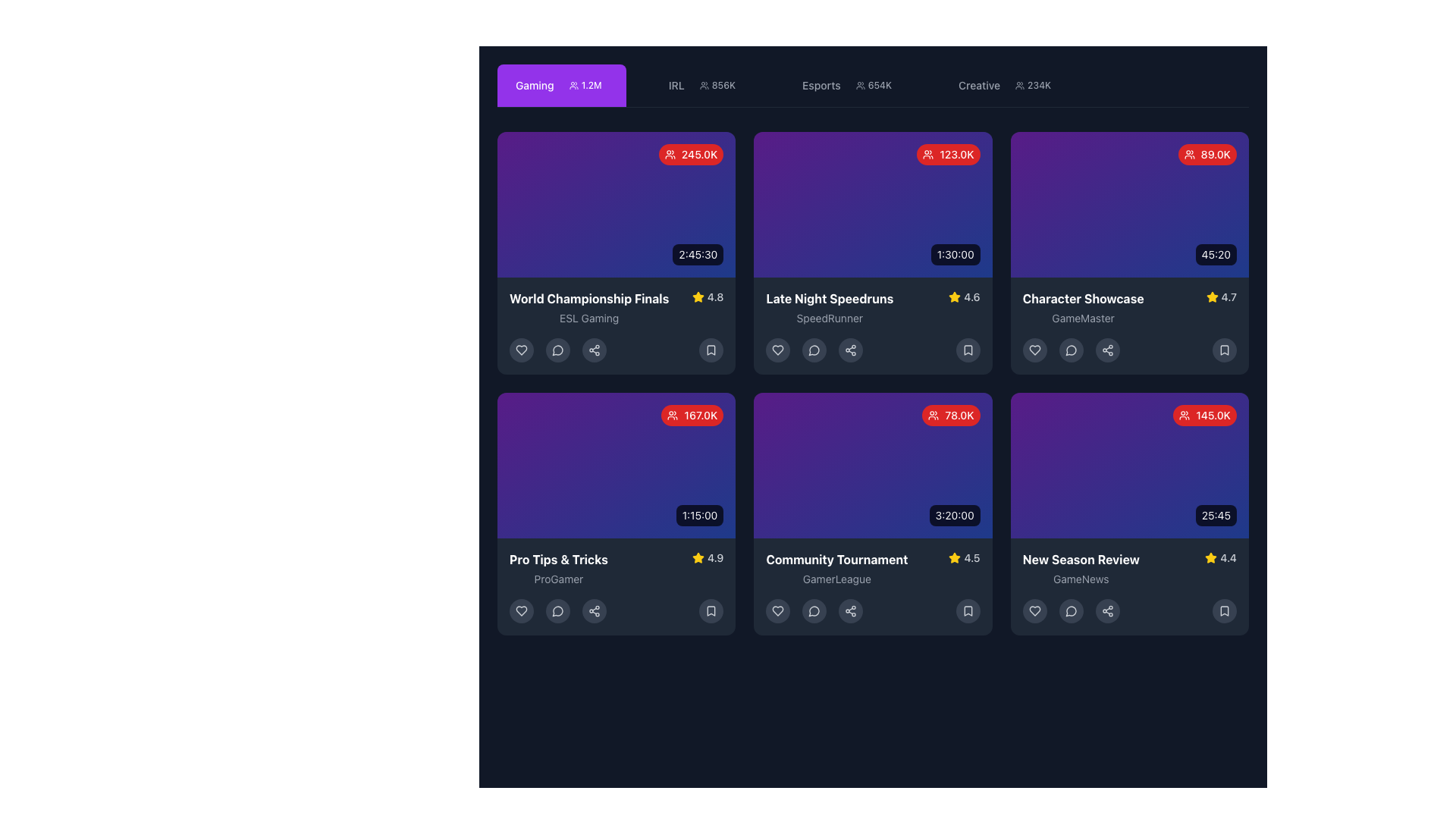 Image resolution: width=1456 pixels, height=819 pixels. What do you see at coordinates (617, 205) in the screenshot?
I see `the content display card located at the top-left corner of the grid layout, showcasing viewer counts and duration, to access its associated buttons and links` at bounding box center [617, 205].